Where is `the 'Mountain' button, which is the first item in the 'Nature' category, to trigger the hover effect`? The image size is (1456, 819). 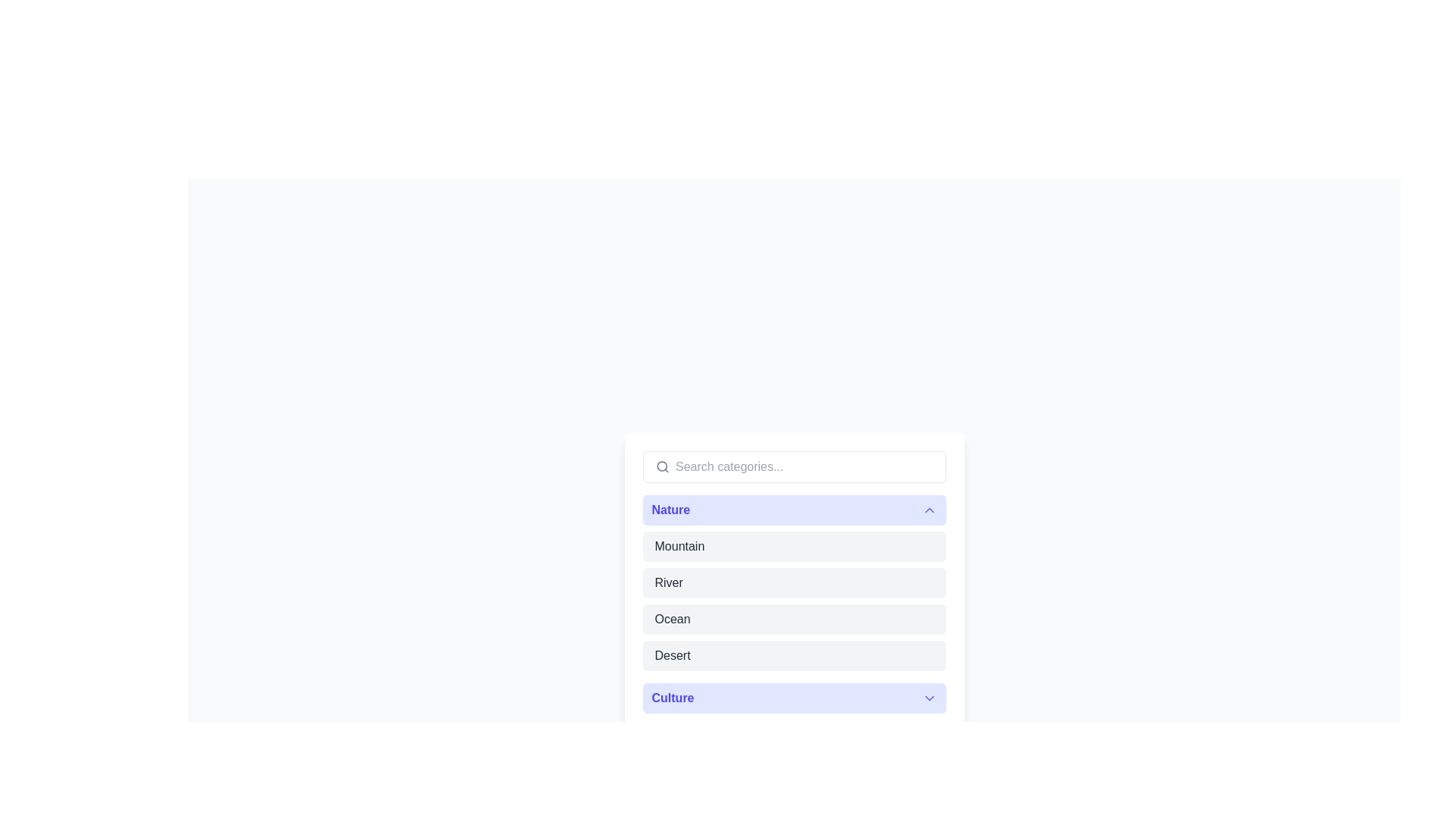 the 'Mountain' button, which is the first item in the 'Nature' category, to trigger the hover effect is located at coordinates (793, 547).